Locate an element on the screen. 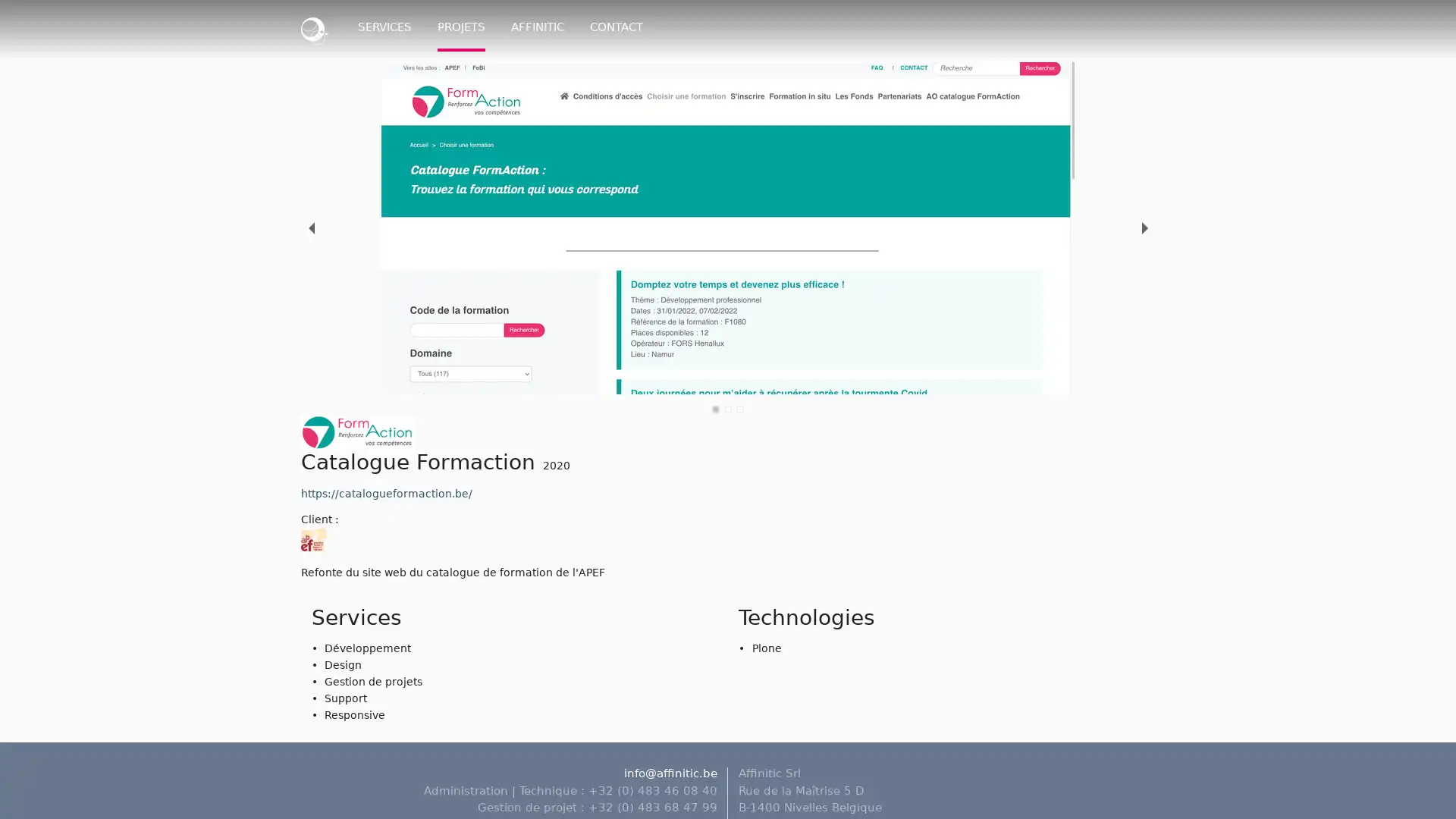  previous slide / item is located at coordinates (309, 270).